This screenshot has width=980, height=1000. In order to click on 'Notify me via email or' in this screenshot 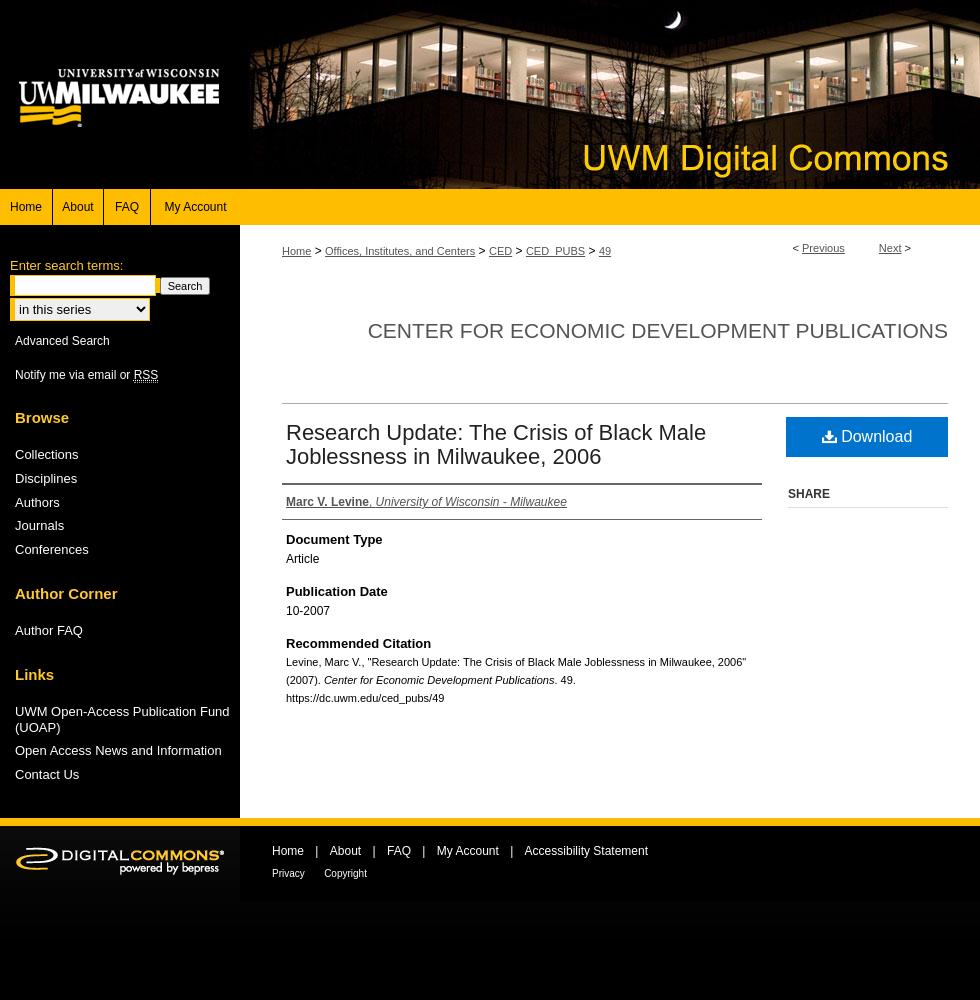, I will do `click(14, 373)`.